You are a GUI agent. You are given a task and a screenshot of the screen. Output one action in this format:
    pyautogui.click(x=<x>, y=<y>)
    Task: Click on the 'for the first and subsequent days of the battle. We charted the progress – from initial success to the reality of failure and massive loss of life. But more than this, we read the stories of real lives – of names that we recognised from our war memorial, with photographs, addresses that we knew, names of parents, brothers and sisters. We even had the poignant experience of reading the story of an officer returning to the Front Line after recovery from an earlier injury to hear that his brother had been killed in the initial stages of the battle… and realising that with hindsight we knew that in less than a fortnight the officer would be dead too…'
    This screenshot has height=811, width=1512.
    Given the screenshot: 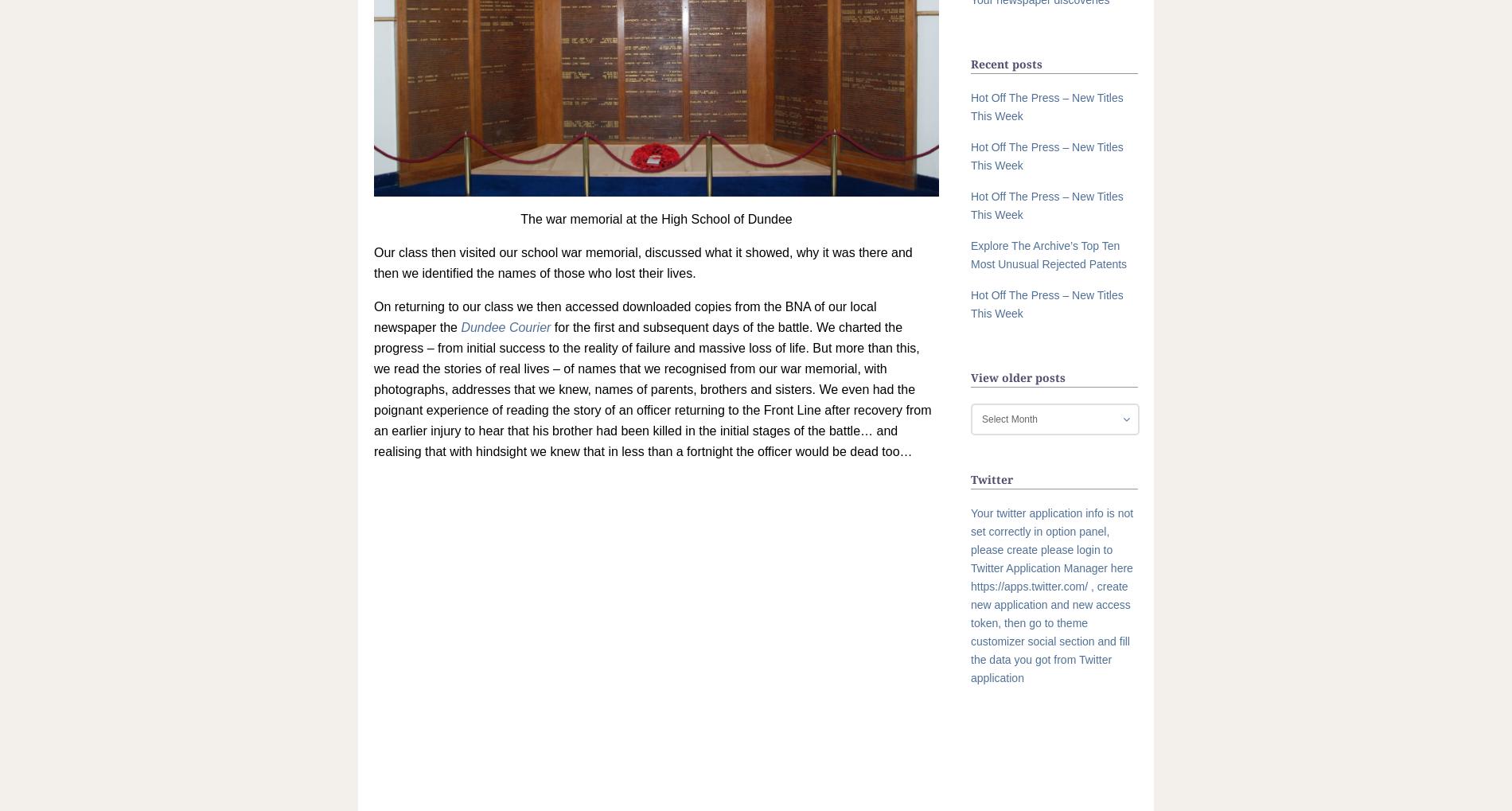 What is the action you would take?
    pyautogui.click(x=652, y=388)
    